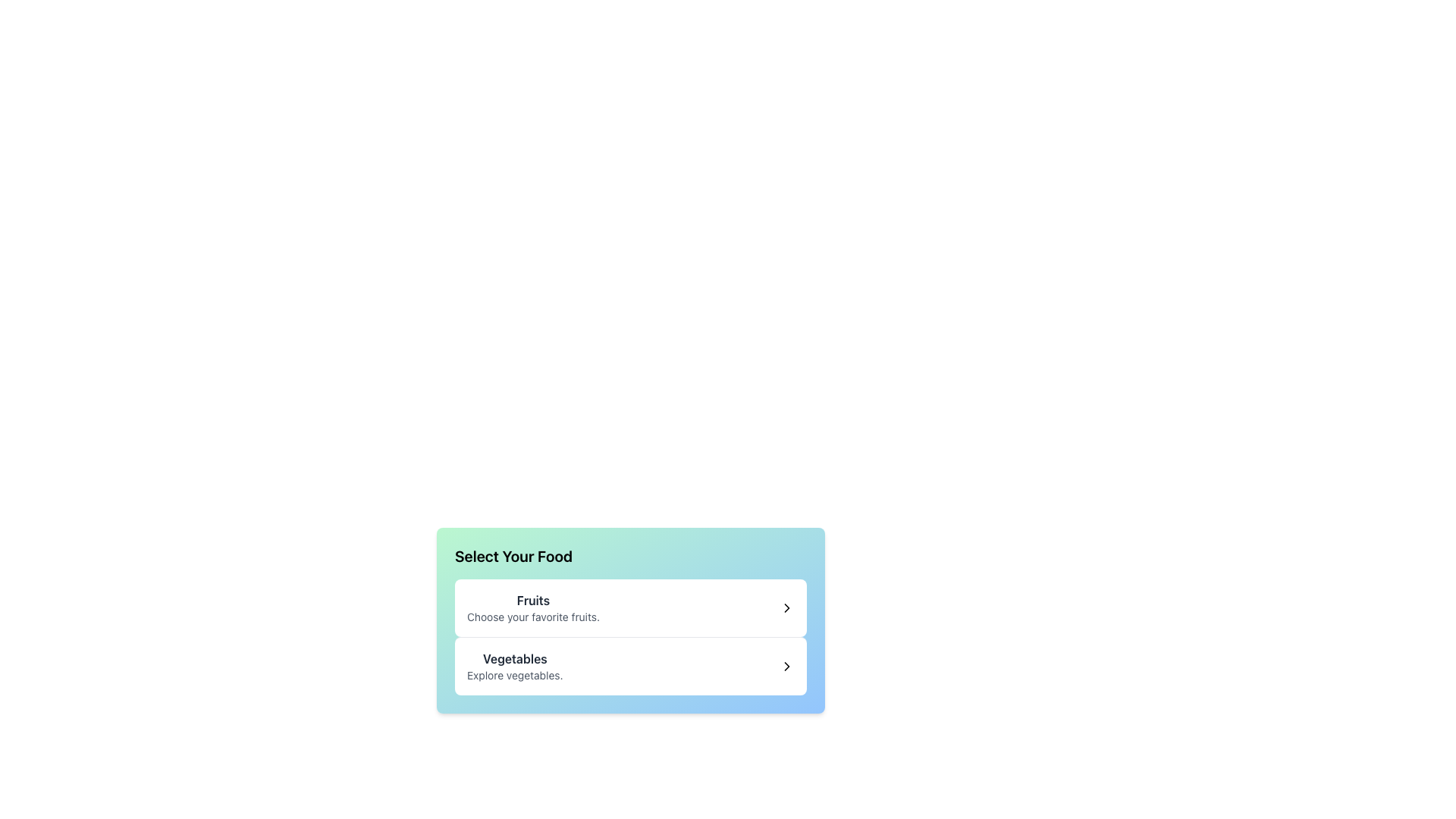 The height and width of the screenshot is (819, 1456). I want to click on the 'Vegetables' text label, which is the second list item in the 'Select Your Food' section, styled with bold semibold dark gray text, so click(515, 657).